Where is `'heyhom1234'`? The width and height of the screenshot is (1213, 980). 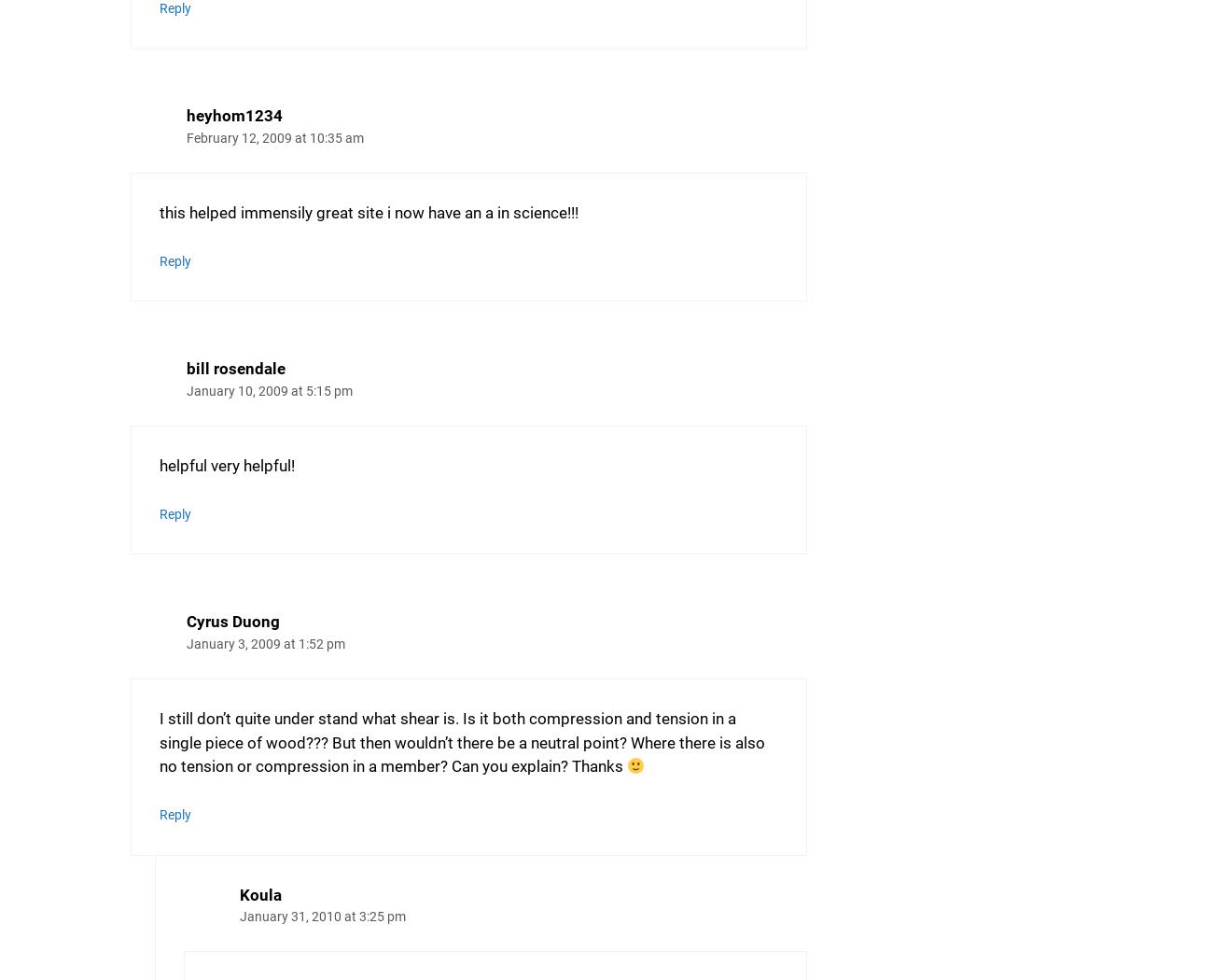 'heyhom1234' is located at coordinates (233, 115).